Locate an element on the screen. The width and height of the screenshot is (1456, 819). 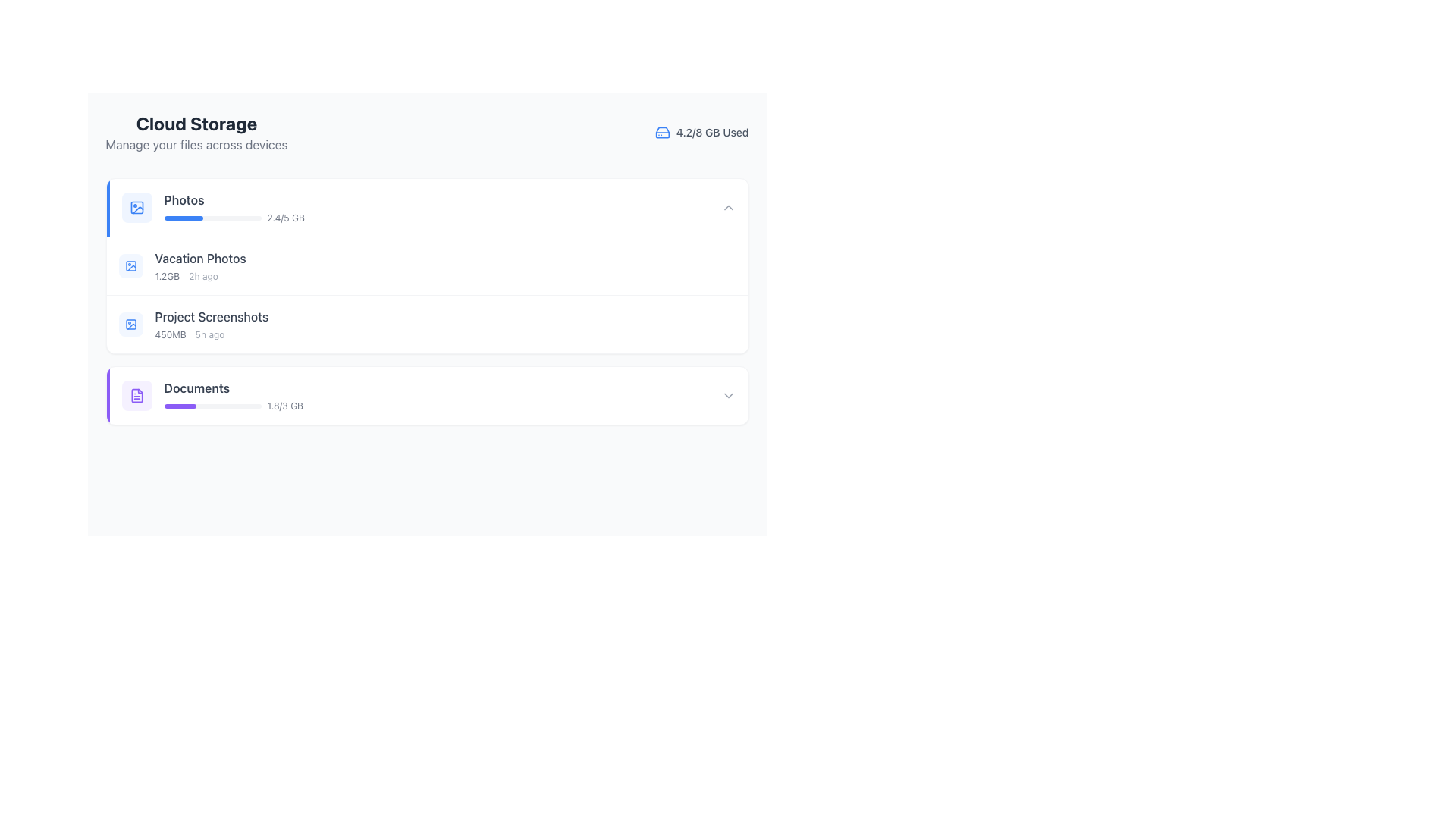
the hard drive icon located to the upper right corner of the interface, adjacent to the text '4.2/8 GB Used.' is located at coordinates (662, 131).